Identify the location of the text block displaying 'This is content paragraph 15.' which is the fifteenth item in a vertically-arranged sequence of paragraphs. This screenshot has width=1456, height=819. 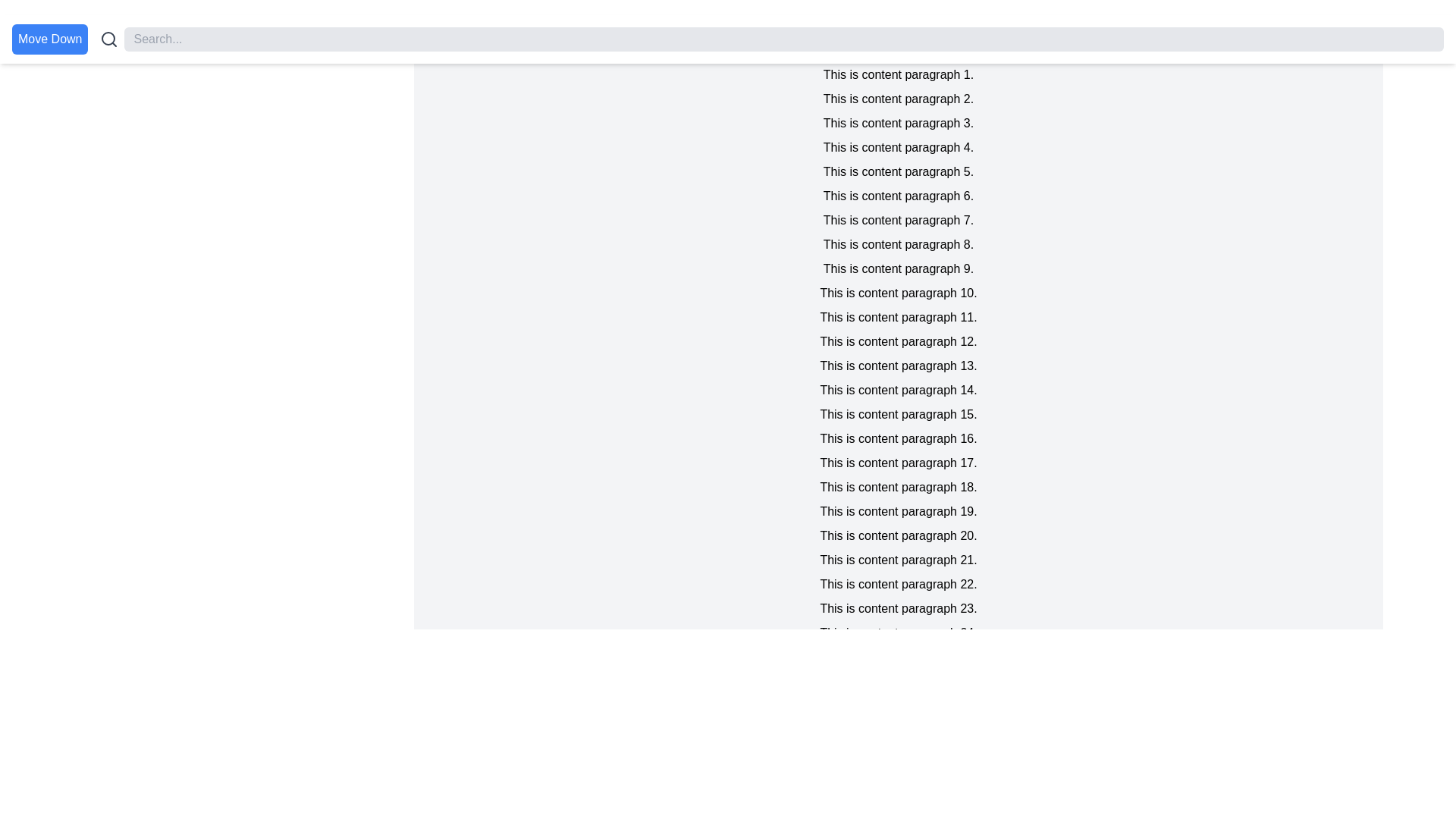
(899, 415).